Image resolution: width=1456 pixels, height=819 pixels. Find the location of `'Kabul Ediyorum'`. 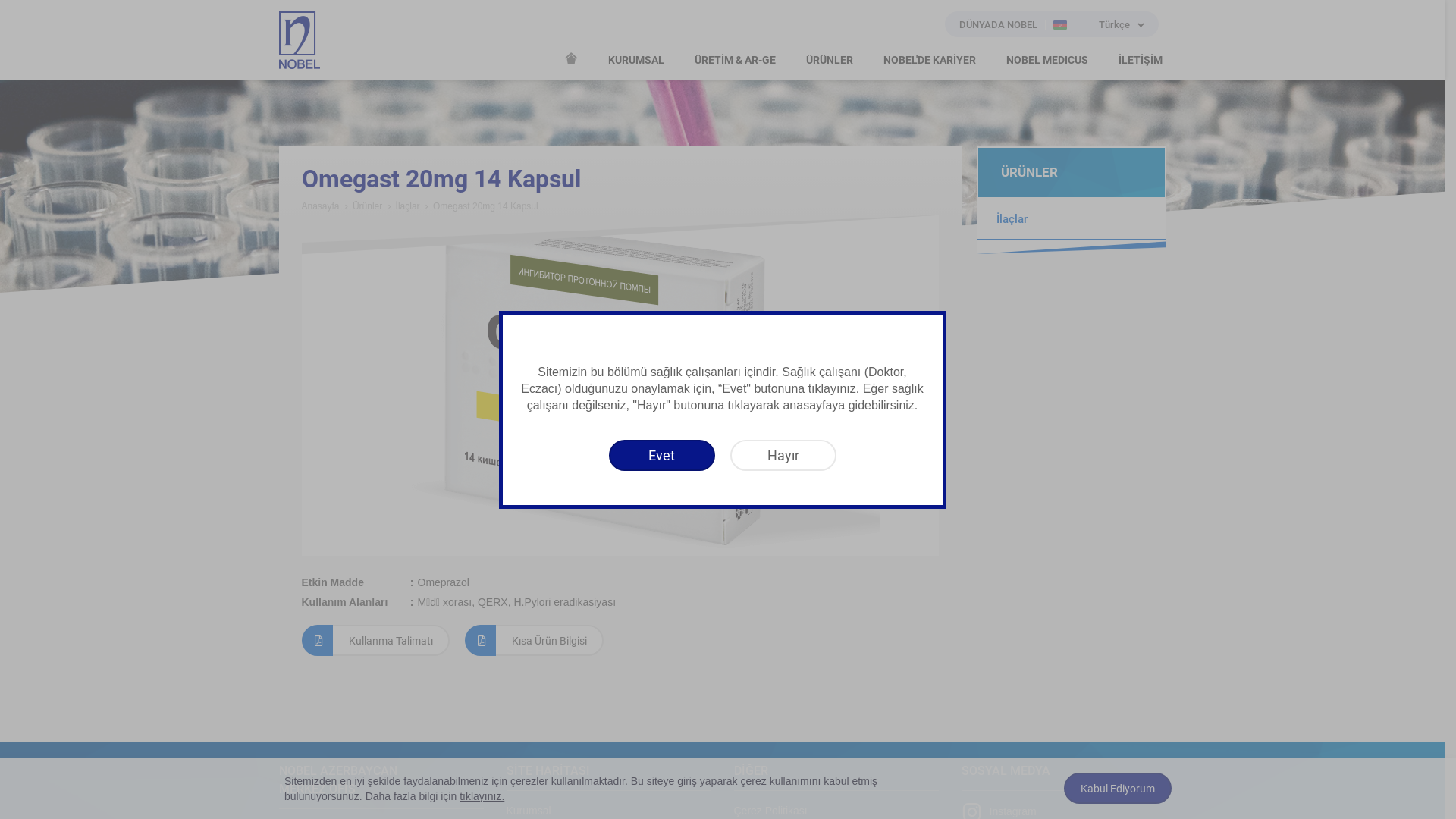

'Kabul Ediyorum' is located at coordinates (1062, 787).